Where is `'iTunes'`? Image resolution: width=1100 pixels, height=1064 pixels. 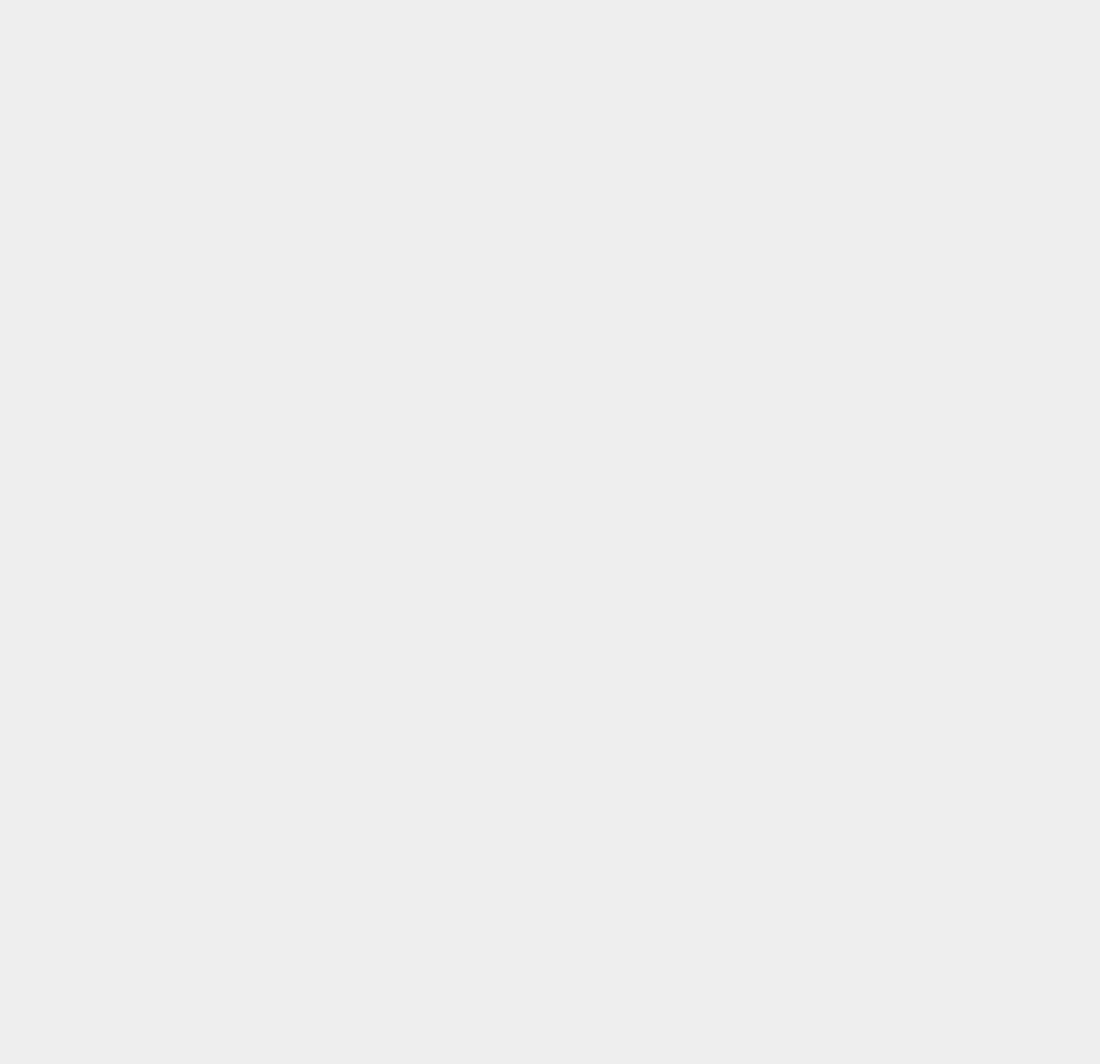
'iTunes' is located at coordinates (798, 62).